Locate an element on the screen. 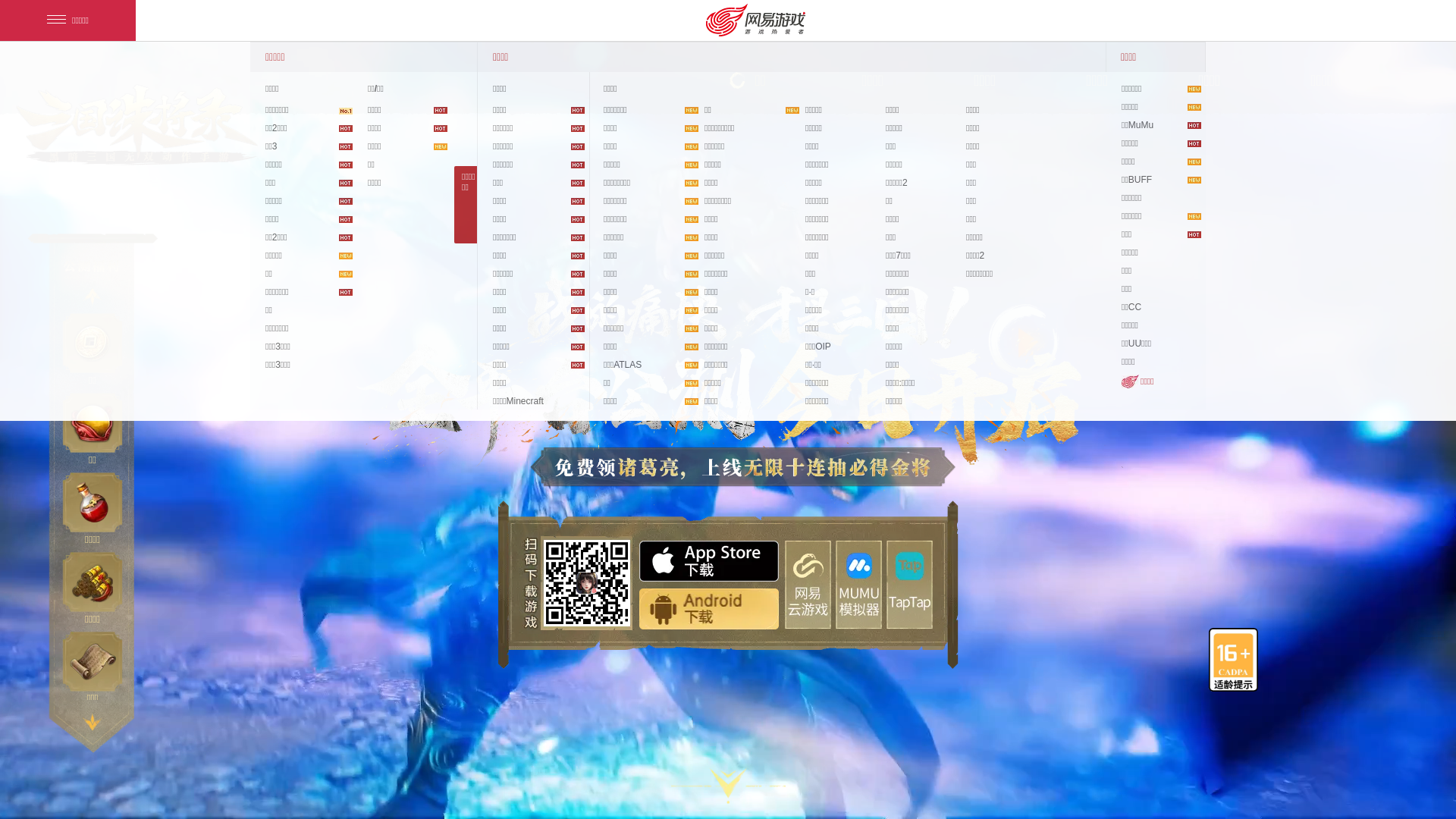  'tap tap' is located at coordinates (909, 583).